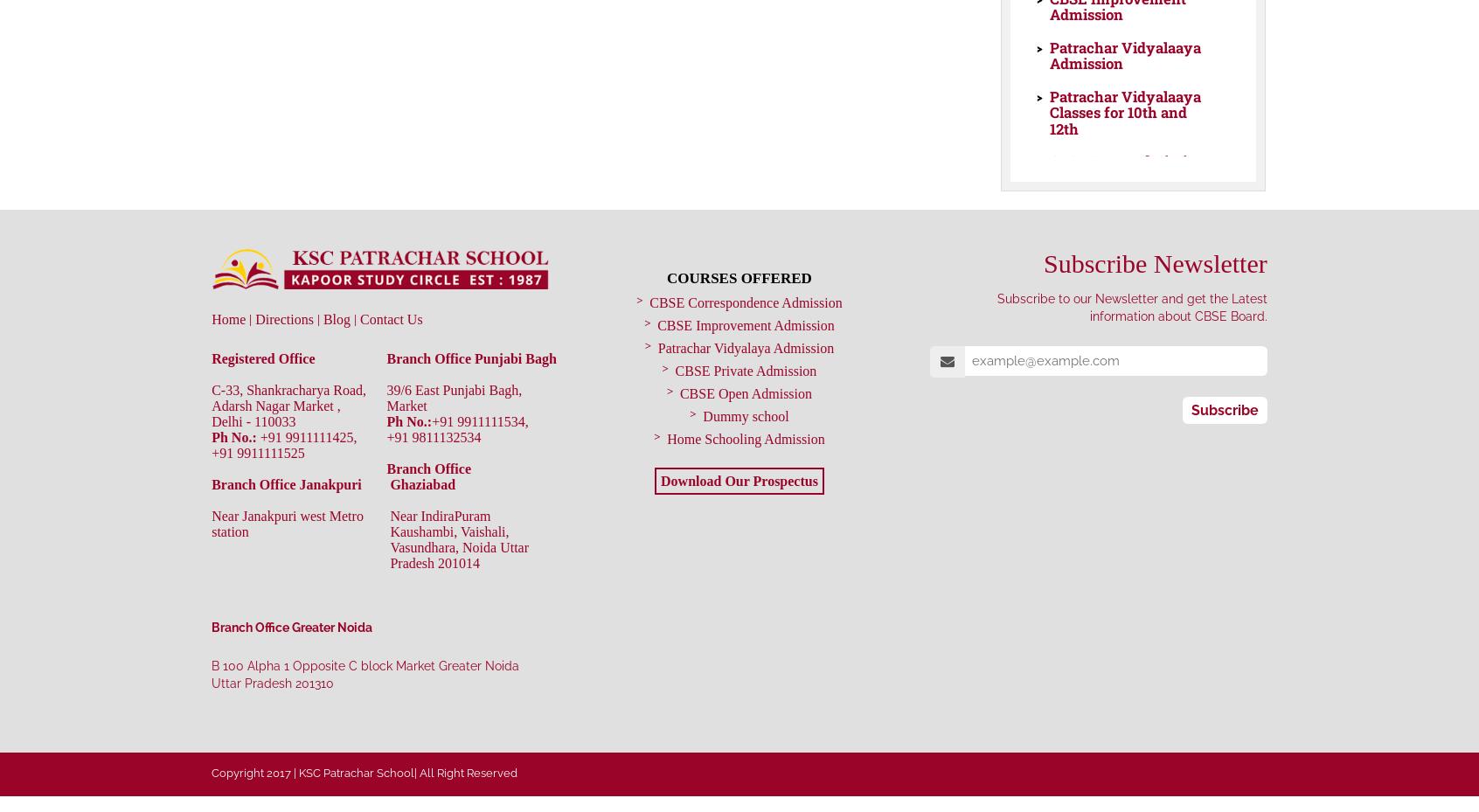  What do you see at coordinates (471, 357) in the screenshot?
I see `'Branch Office Punjabi Bagh'` at bounding box center [471, 357].